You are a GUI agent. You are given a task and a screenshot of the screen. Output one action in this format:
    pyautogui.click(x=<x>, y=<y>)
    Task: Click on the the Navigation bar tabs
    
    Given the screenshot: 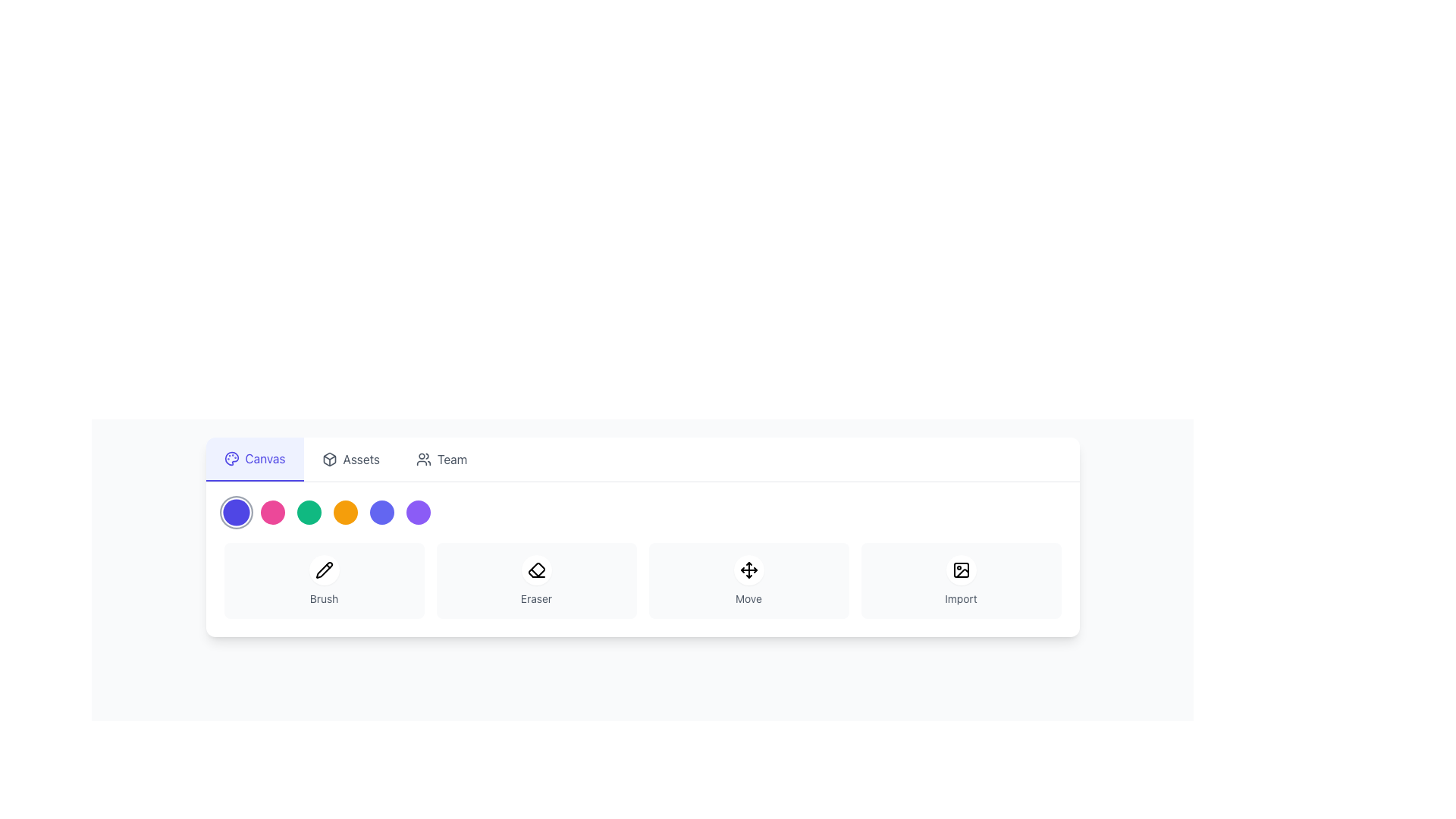 What is the action you would take?
    pyautogui.click(x=642, y=459)
    